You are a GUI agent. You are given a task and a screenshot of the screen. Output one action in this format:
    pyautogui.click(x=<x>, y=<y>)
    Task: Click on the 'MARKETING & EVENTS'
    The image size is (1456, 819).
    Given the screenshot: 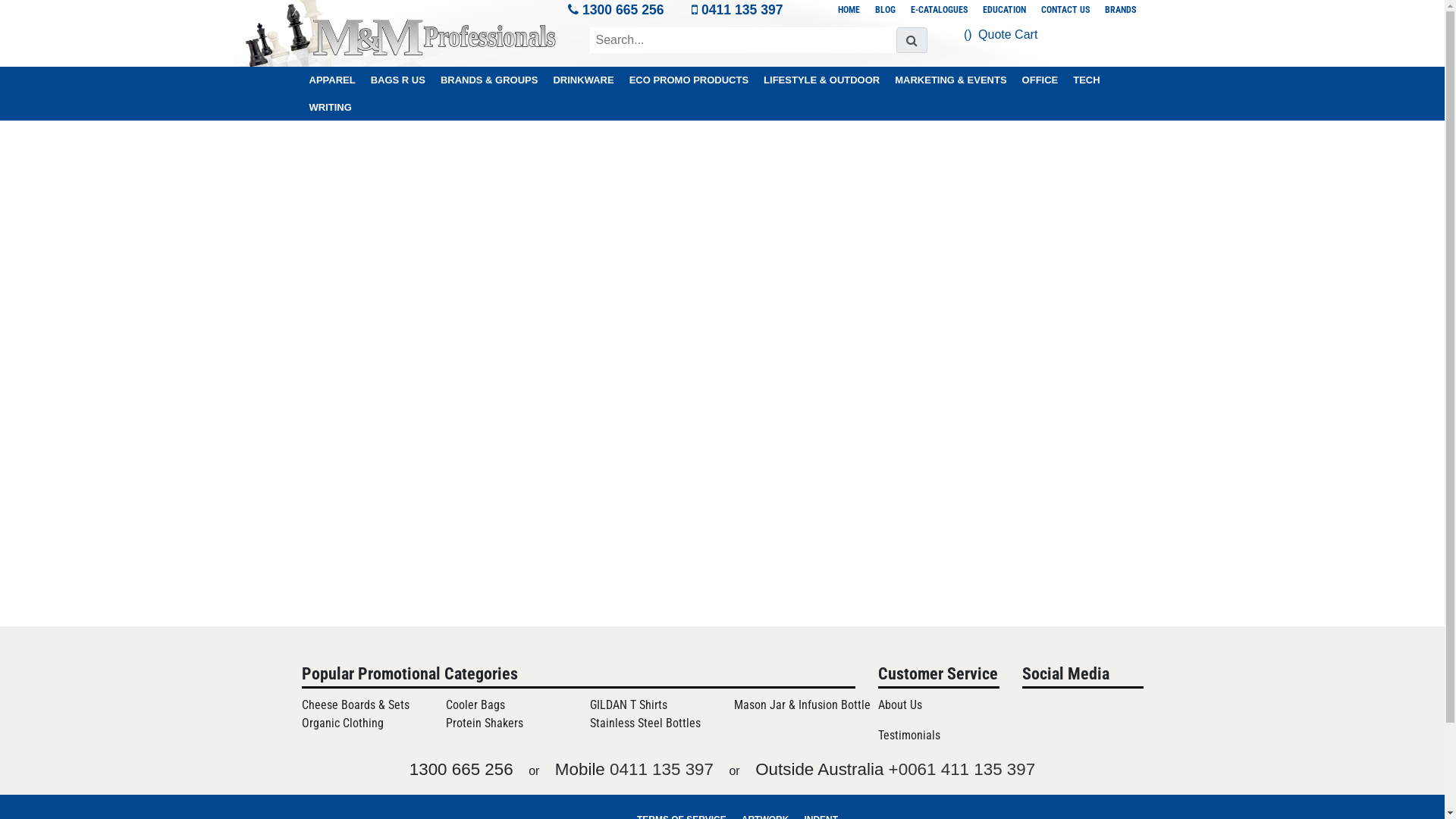 What is the action you would take?
    pyautogui.click(x=887, y=80)
    